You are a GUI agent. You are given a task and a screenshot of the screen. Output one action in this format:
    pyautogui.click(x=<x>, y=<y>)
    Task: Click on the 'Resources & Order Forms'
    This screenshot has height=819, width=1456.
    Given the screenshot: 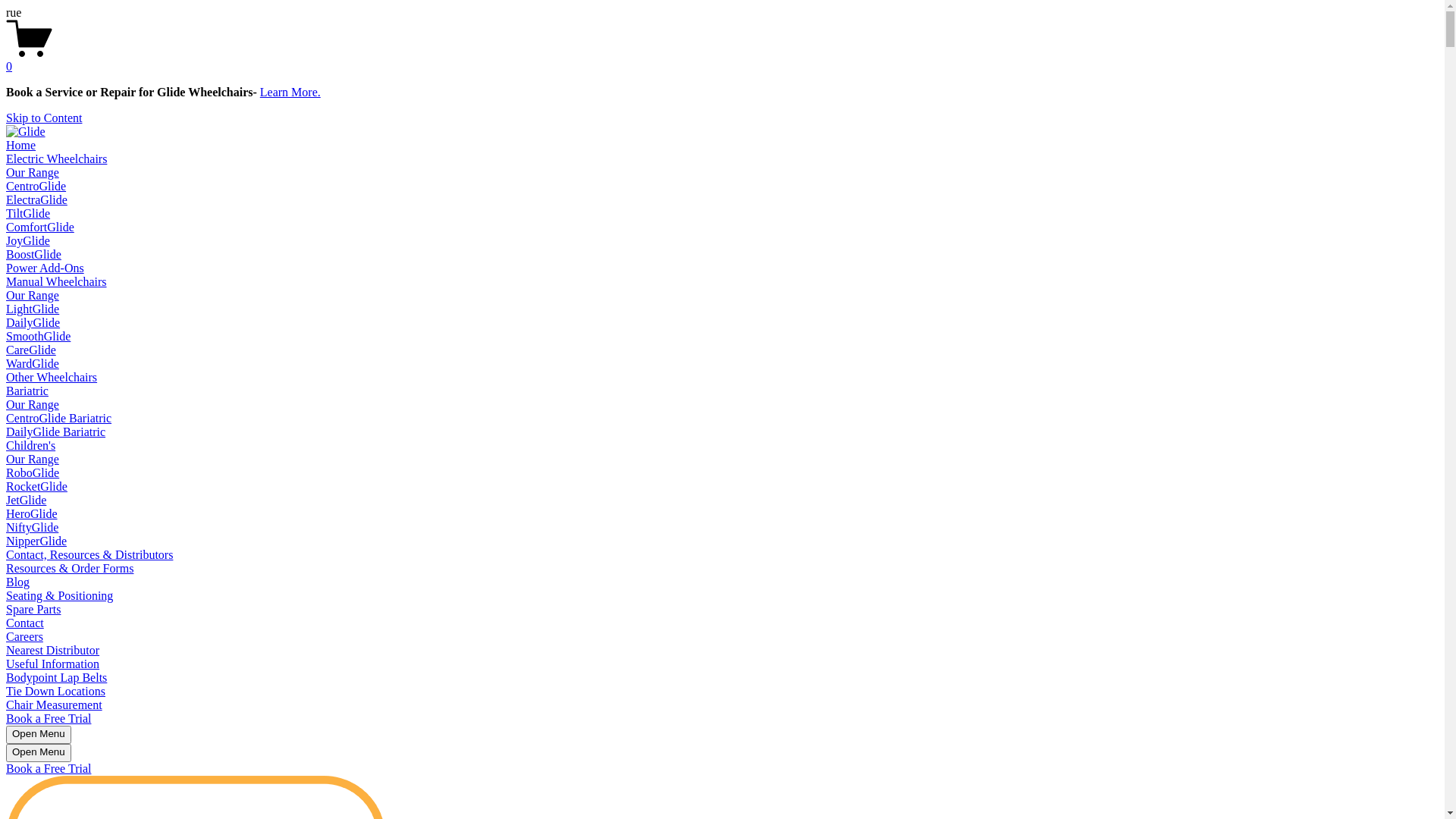 What is the action you would take?
    pyautogui.click(x=68, y=568)
    